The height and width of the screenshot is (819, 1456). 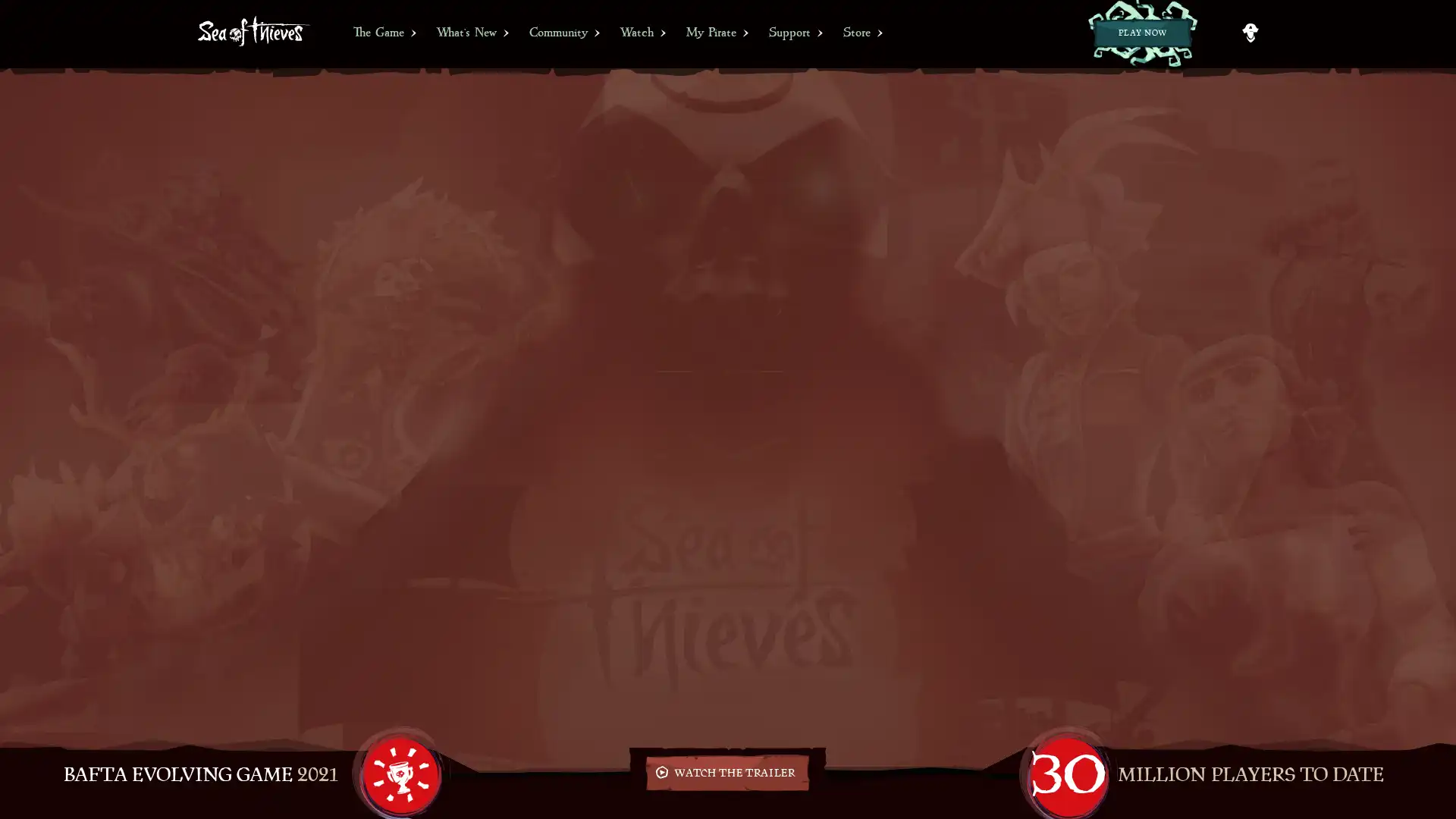 I want to click on Play Watch the trailer video, so click(x=726, y=772).